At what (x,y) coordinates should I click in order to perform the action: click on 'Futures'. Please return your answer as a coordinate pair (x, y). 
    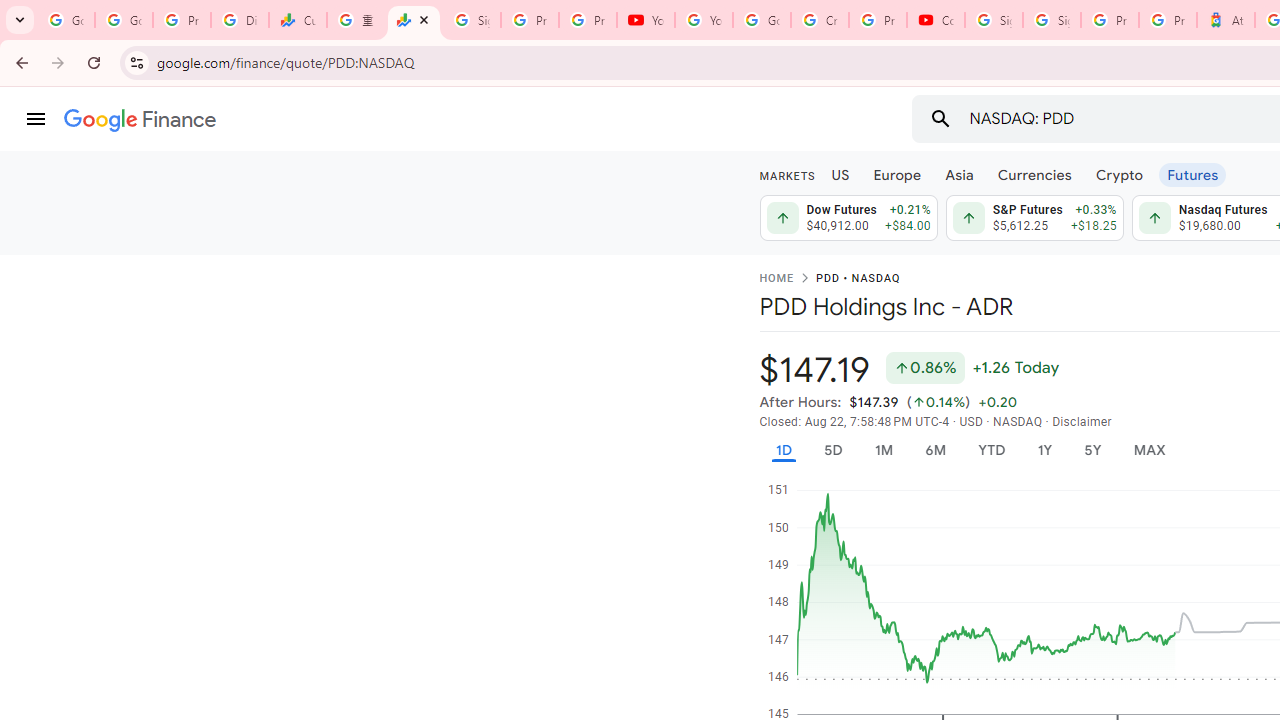
    Looking at the image, I should click on (1192, 173).